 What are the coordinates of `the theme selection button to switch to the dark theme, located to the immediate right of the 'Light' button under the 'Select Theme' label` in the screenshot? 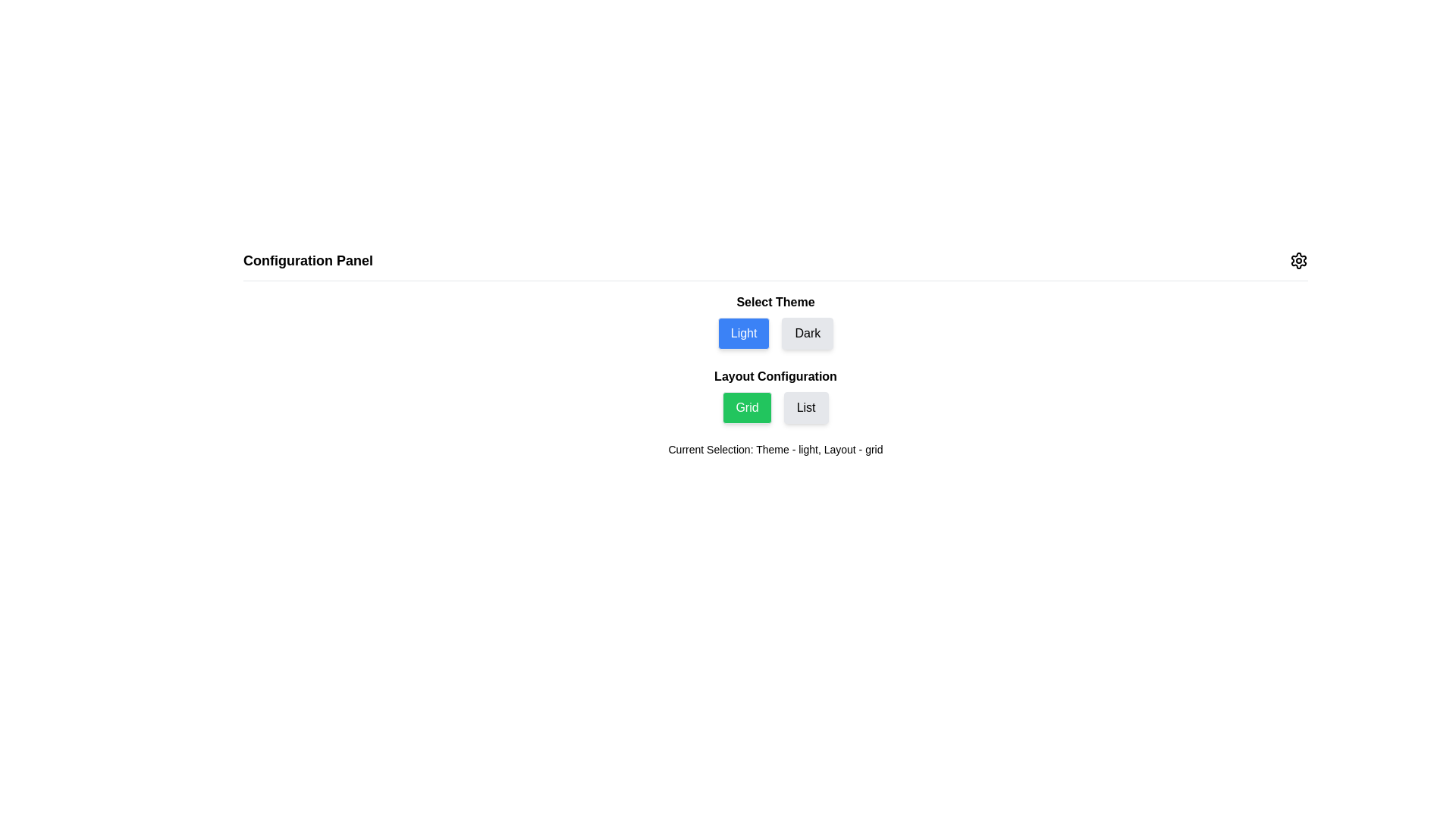 It's located at (807, 332).